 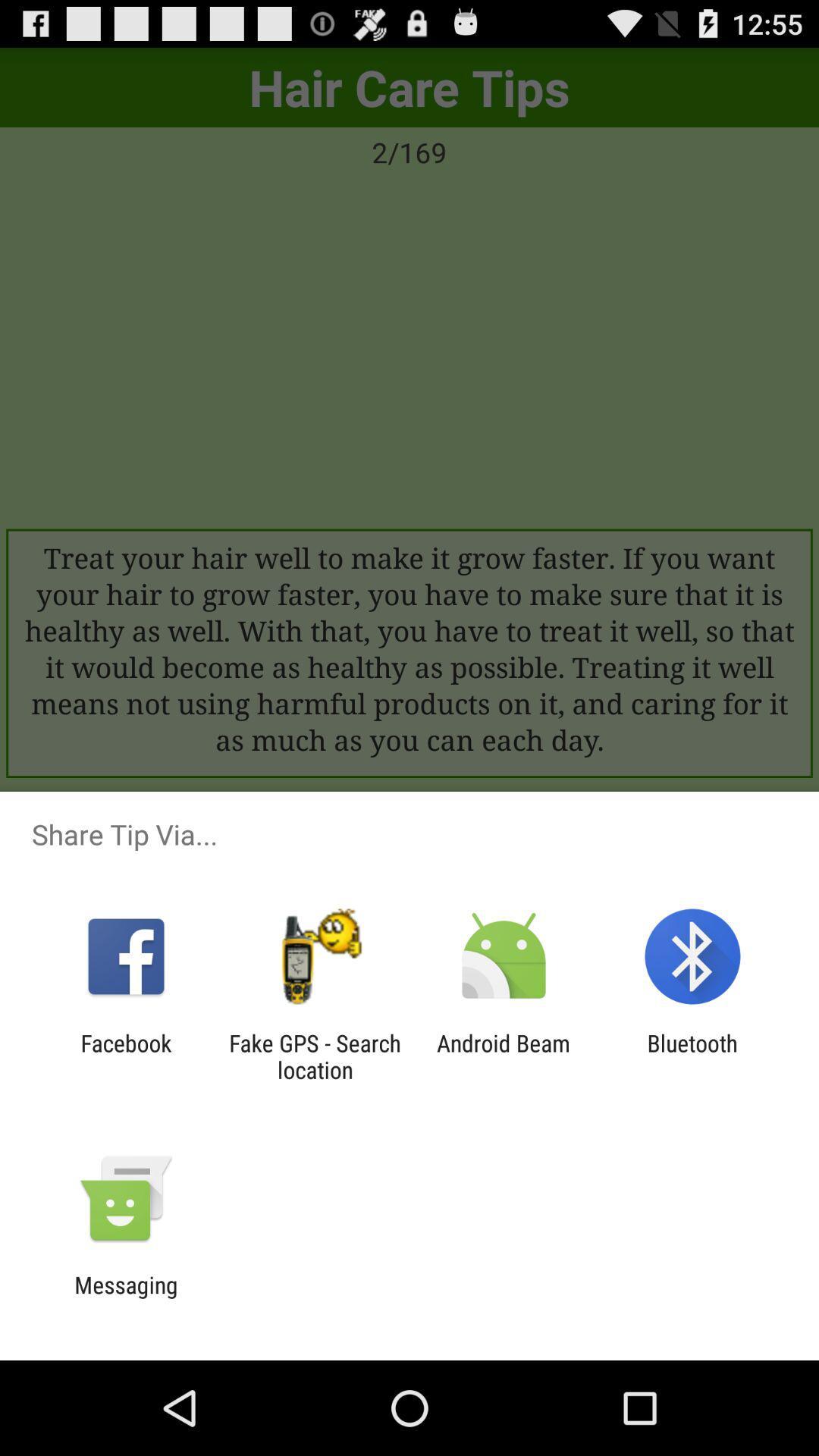 What do you see at coordinates (314, 1056) in the screenshot?
I see `the app to the left of the android beam item` at bounding box center [314, 1056].